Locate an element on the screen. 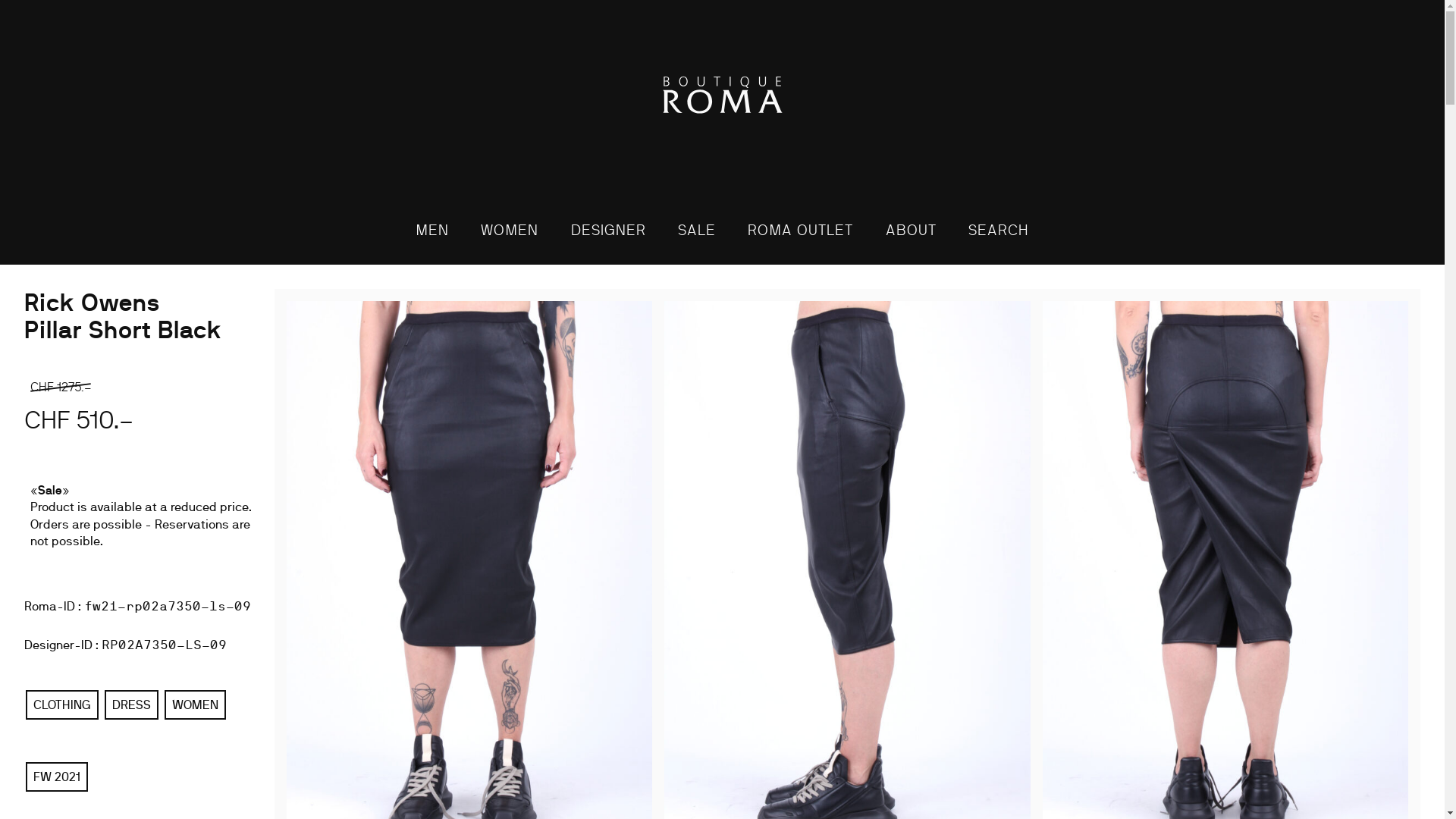 The height and width of the screenshot is (819, 1456). 'WOMEN' is located at coordinates (510, 230).